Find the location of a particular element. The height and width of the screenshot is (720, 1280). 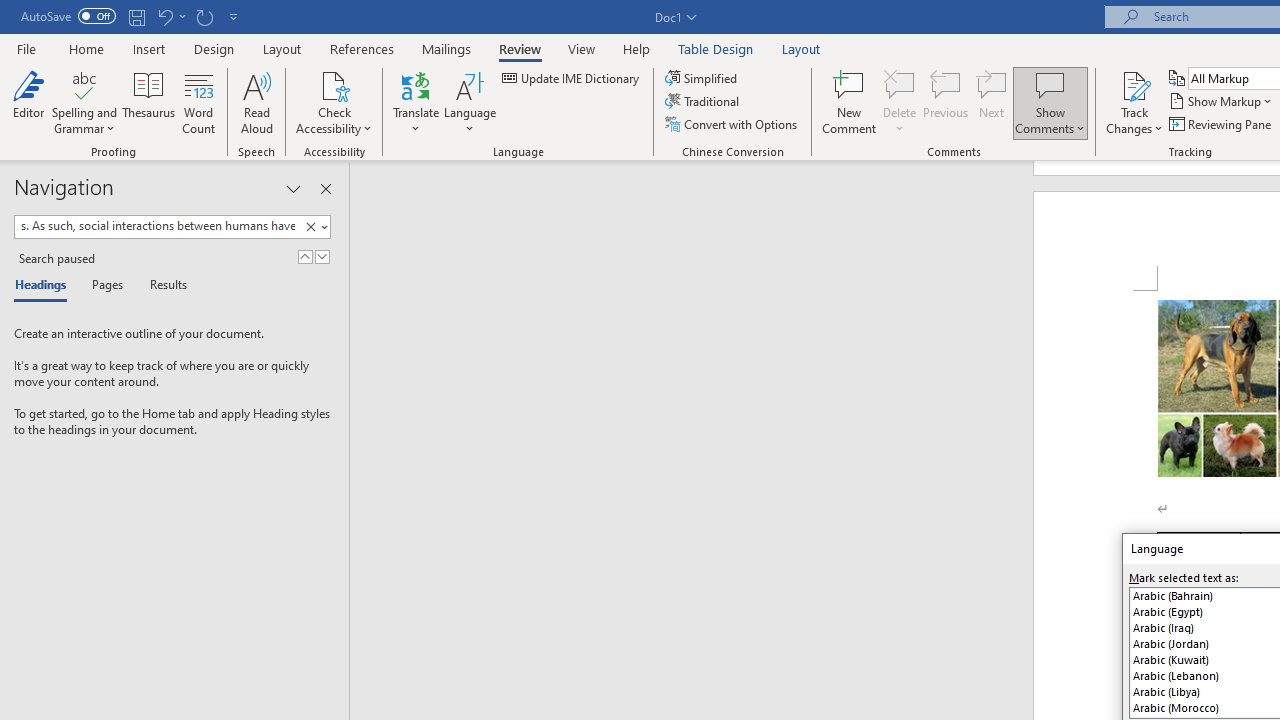

'Check Accessibility' is located at coordinates (334, 84).